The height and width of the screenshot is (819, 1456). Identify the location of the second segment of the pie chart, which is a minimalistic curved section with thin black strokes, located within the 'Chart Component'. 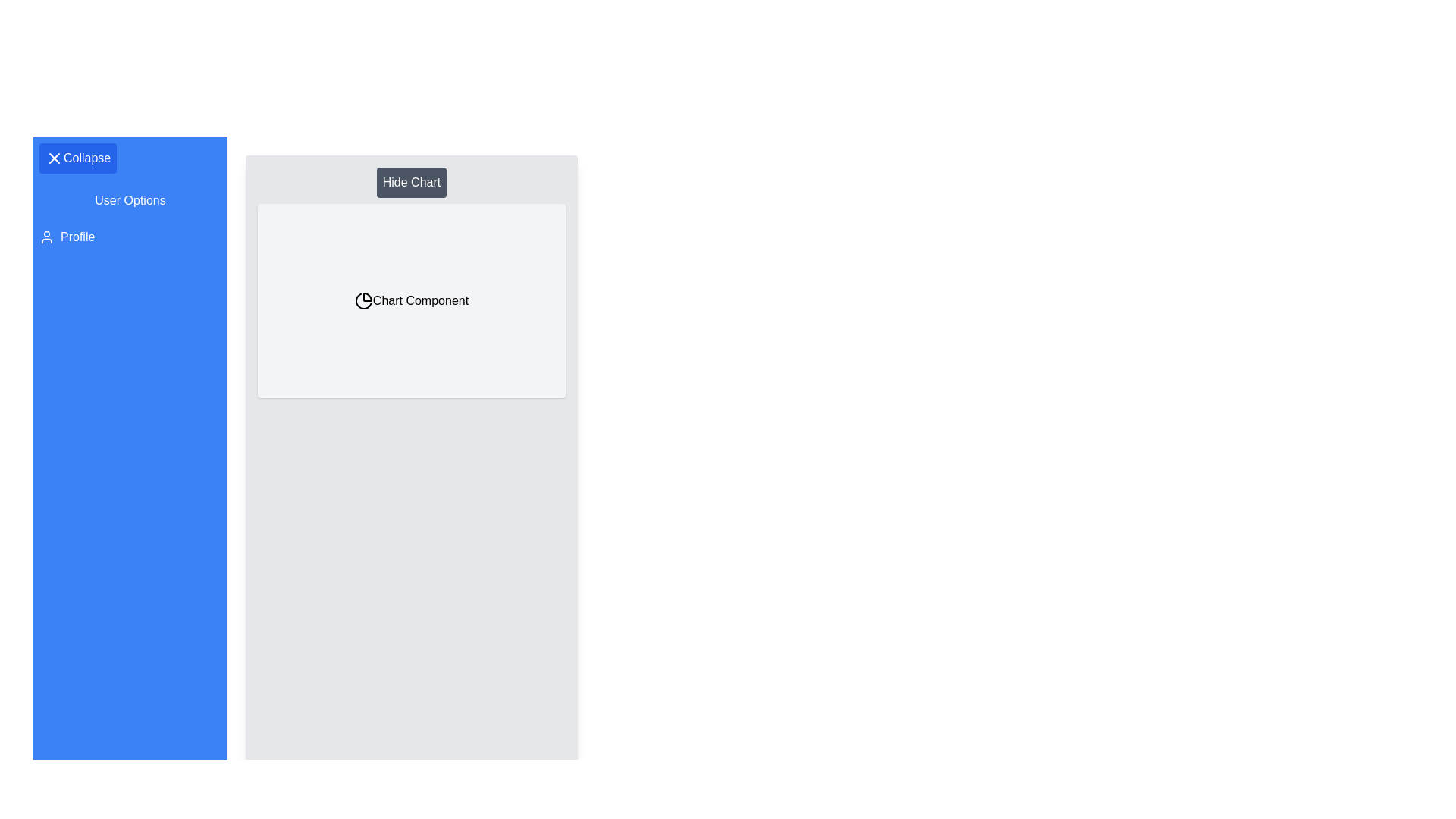
(362, 301).